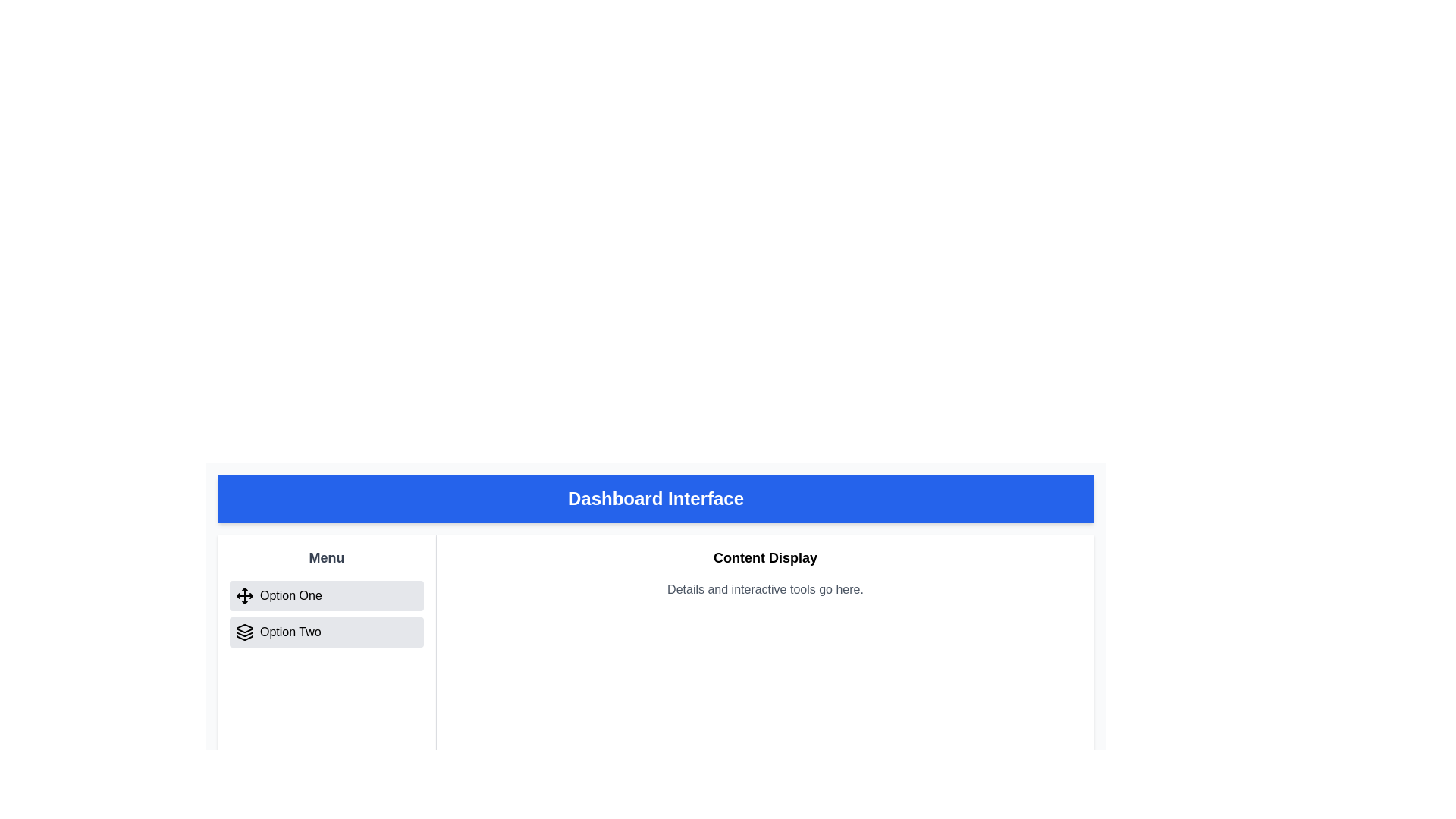  Describe the element at coordinates (655, 499) in the screenshot. I see `static text label that identifies the page as 'Dashboard Interface', located in the blue header section at the top of the content area` at that location.